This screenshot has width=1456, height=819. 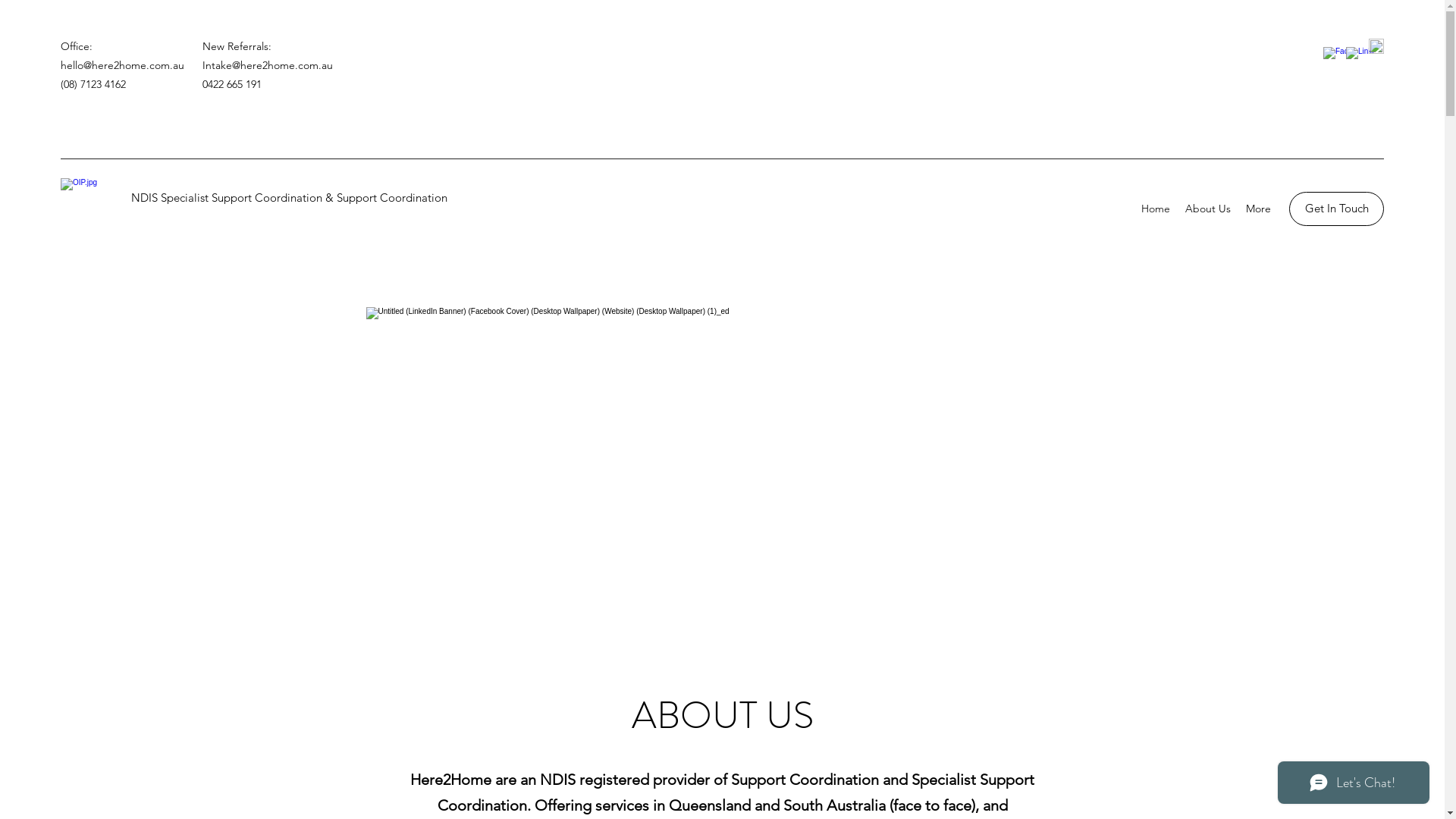 I want to click on 'Intake@here2home.com.au', so click(x=202, y=64).